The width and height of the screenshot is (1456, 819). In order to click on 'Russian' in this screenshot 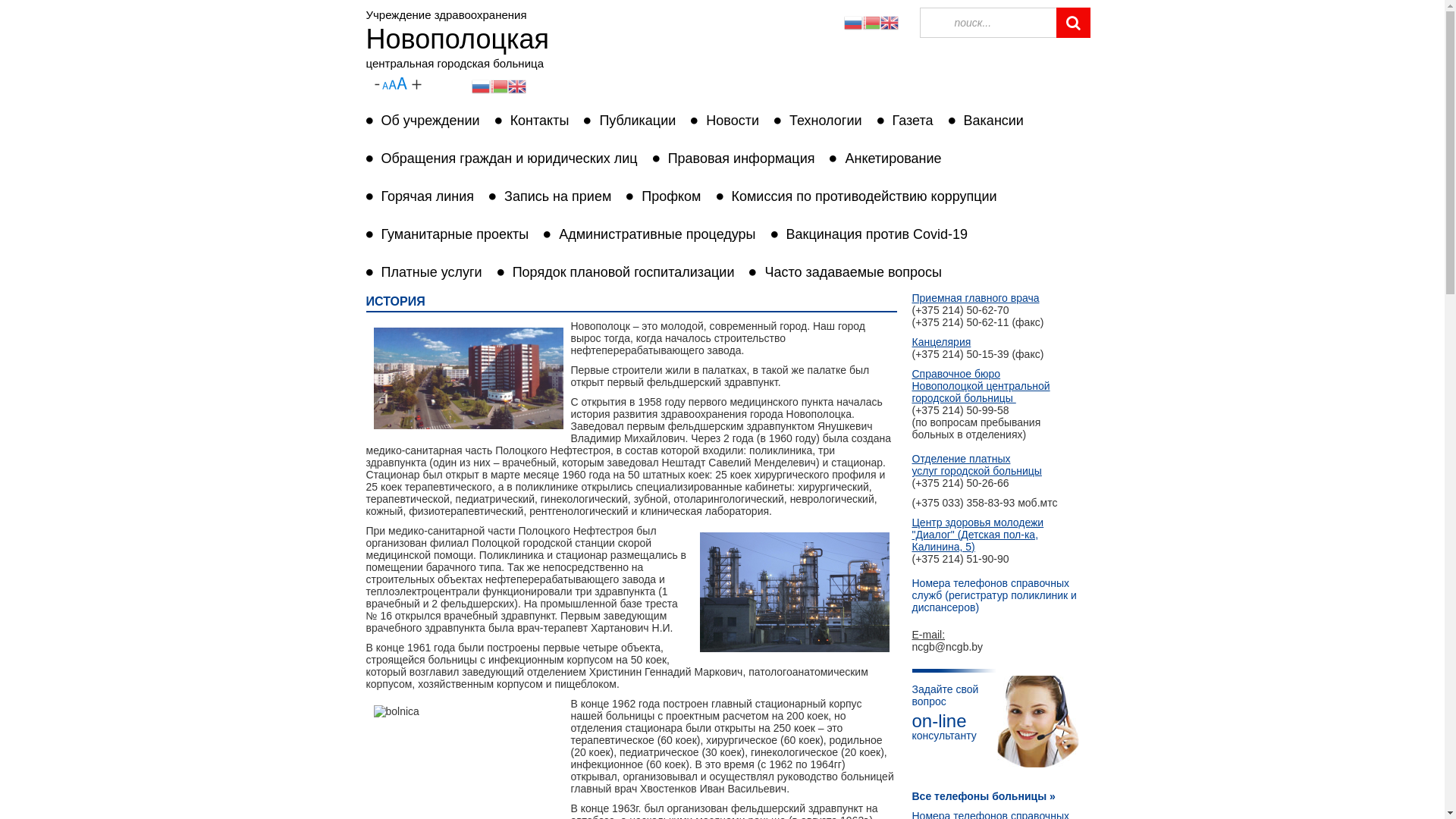, I will do `click(479, 85)`.